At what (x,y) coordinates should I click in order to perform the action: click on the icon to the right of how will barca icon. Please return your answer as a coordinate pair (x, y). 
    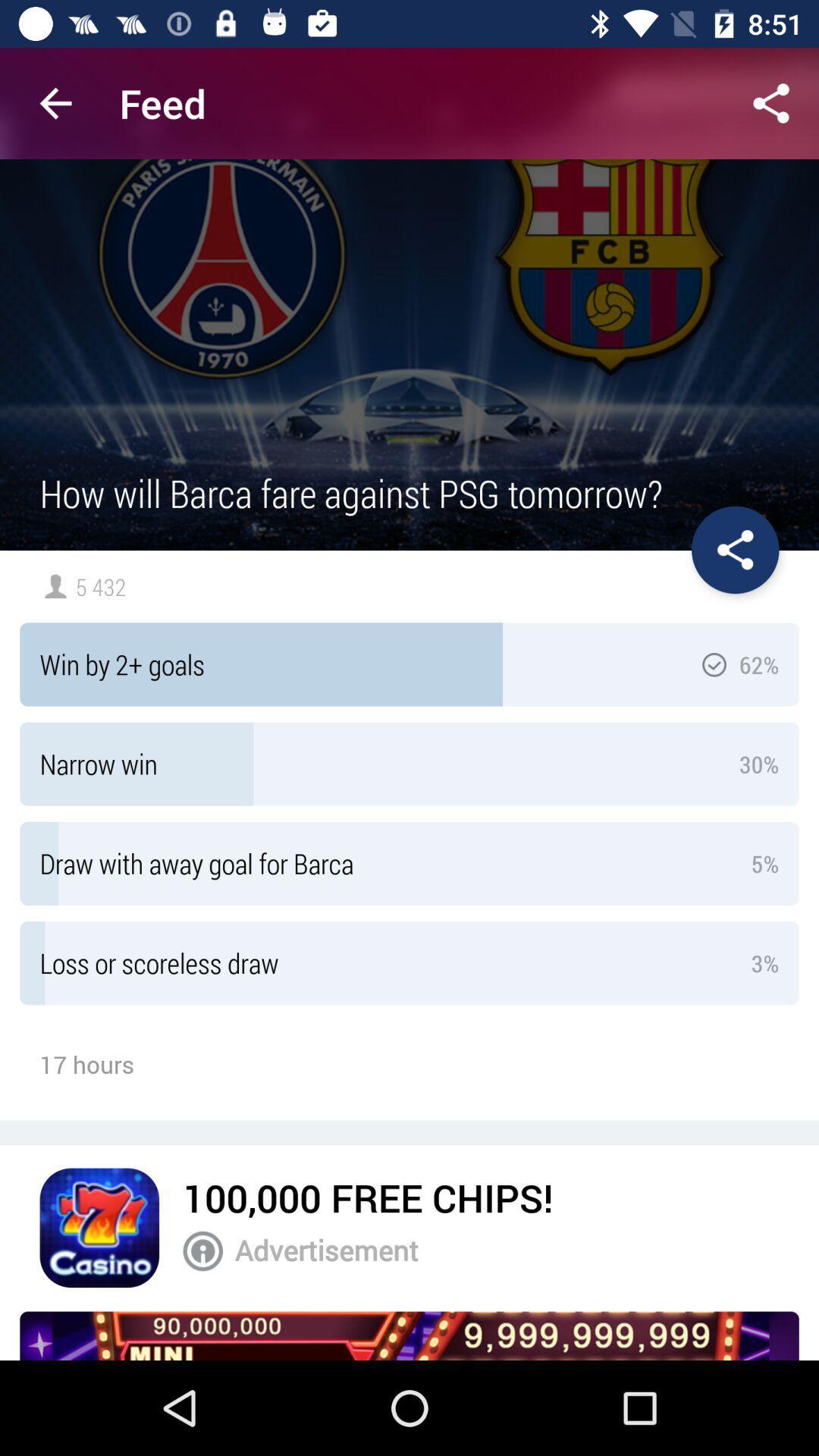
    Looking at the image, I should click on (734, 549).